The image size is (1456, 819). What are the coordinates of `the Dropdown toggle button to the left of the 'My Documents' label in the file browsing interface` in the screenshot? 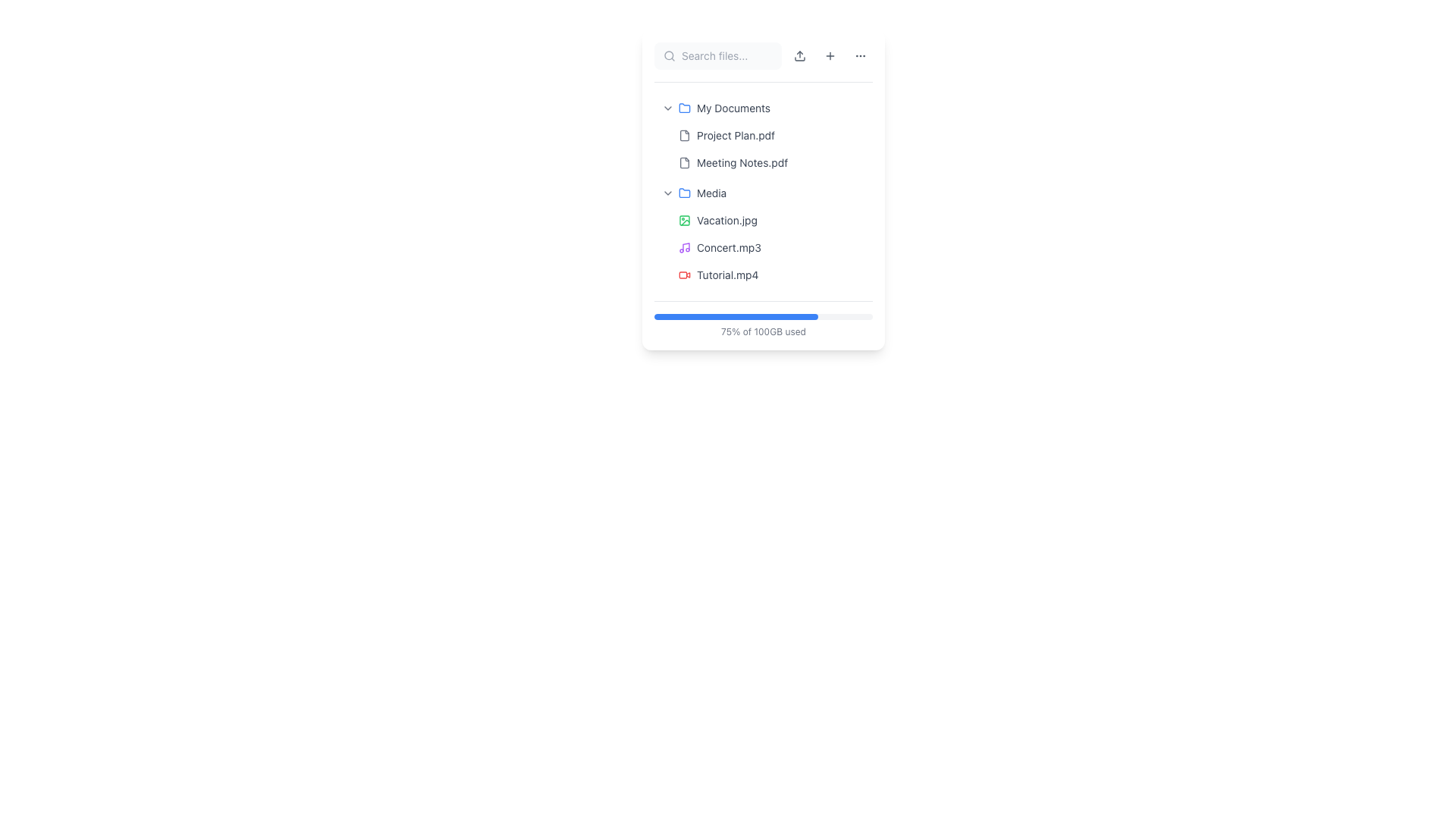 It's located at (667, 107).